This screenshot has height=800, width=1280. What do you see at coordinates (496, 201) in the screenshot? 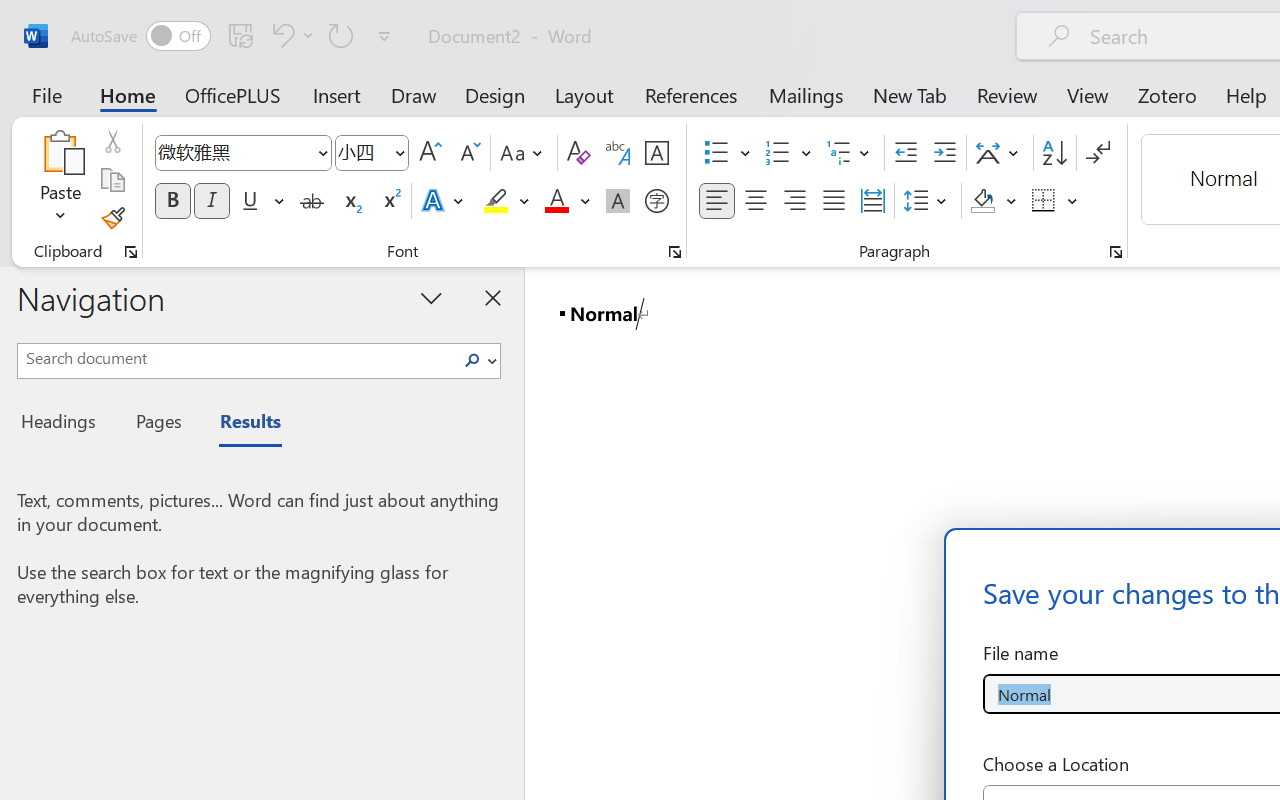
I see `'Text Highlight Color Yellow'` at bounding box center [496, 201].